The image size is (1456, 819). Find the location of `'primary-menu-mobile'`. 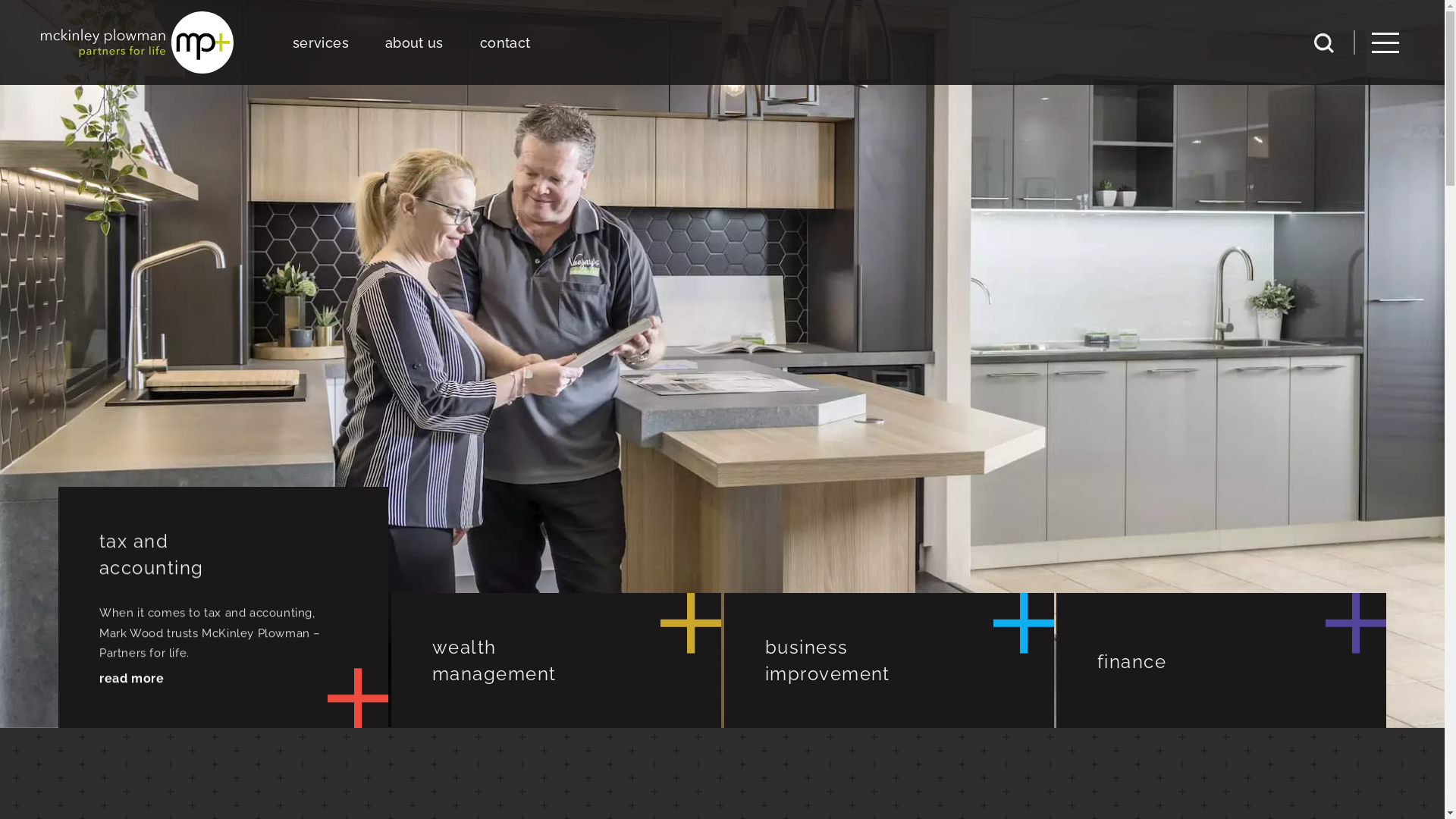

'primary-menu-mobile' is located at coordinates (1385, 42).